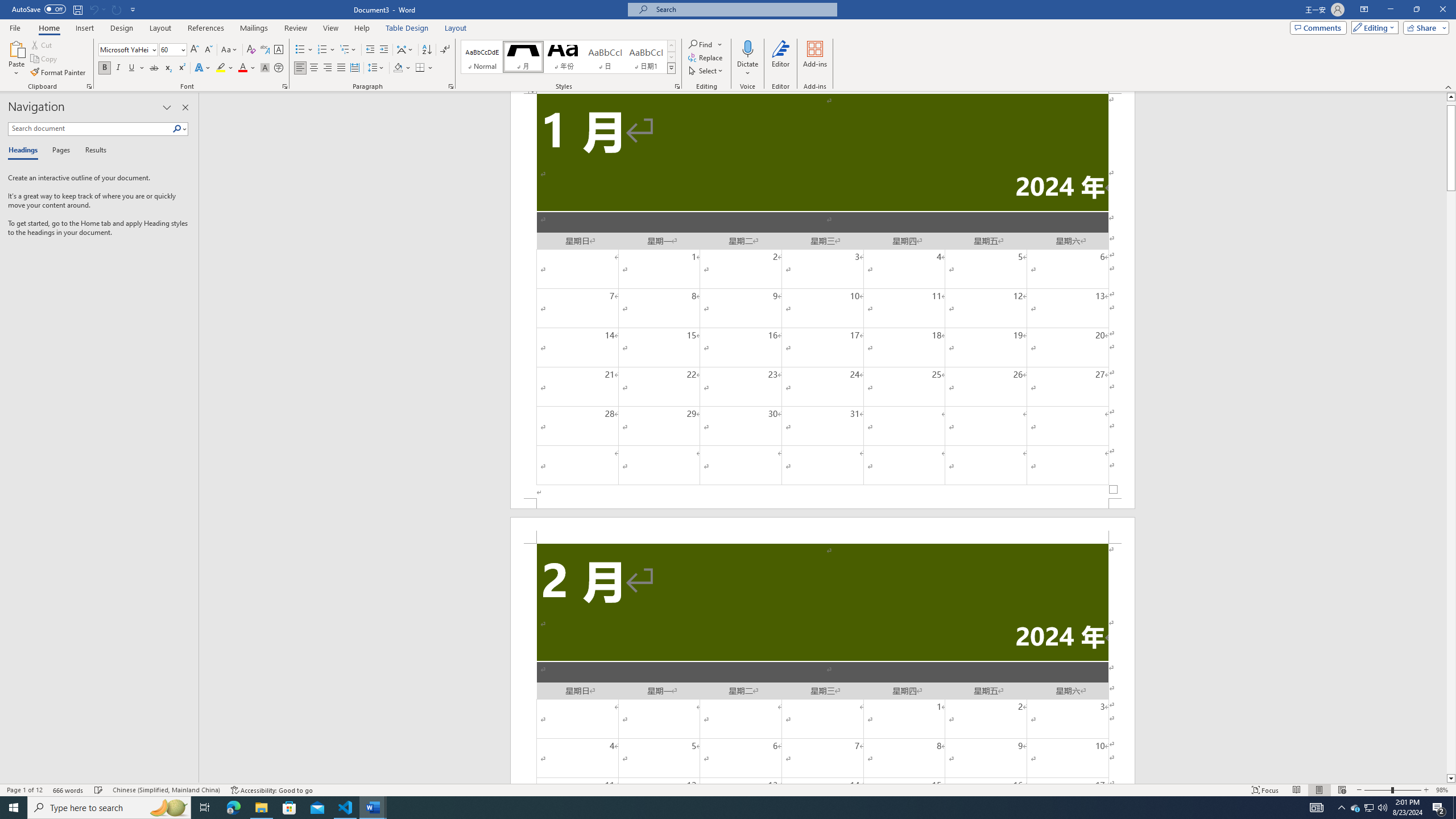 The height and width of the screenshot is (819, 1456). What do you see at coordinates (1451, 102) in the screenshot?
I see `'Page up'` at bounding box center [1451, 102].